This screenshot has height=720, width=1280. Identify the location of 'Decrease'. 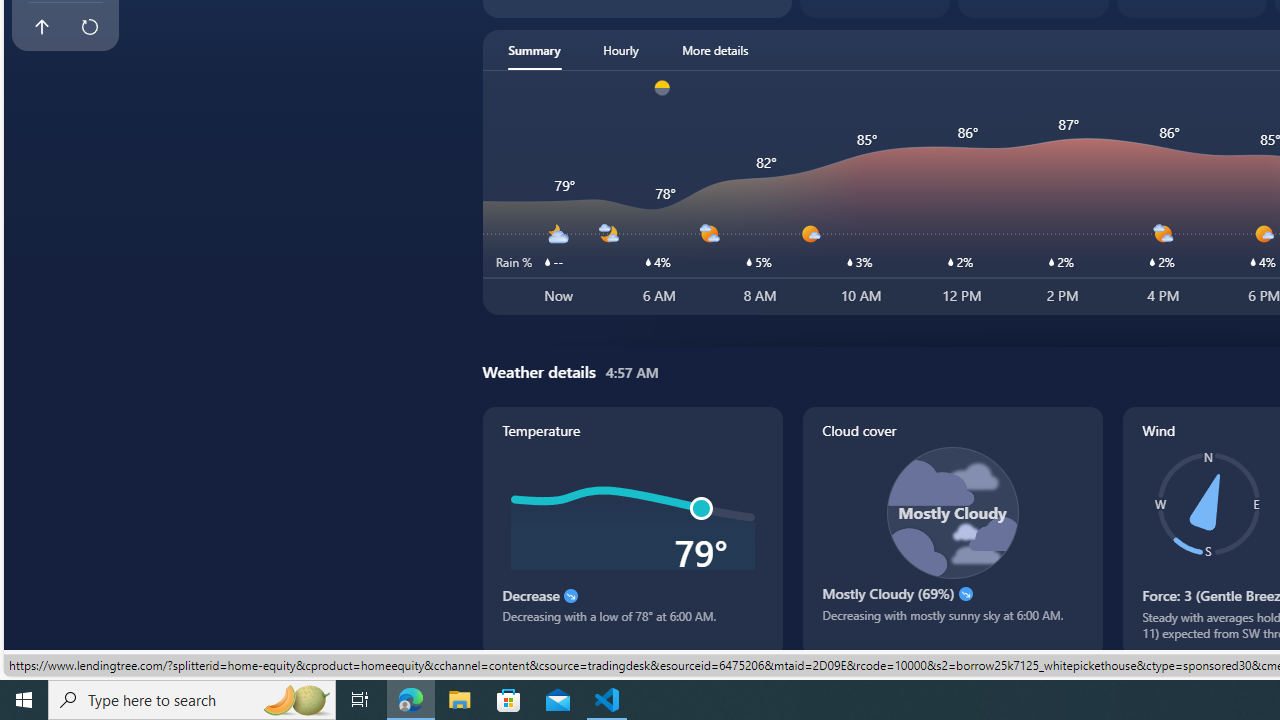
(569, 595).